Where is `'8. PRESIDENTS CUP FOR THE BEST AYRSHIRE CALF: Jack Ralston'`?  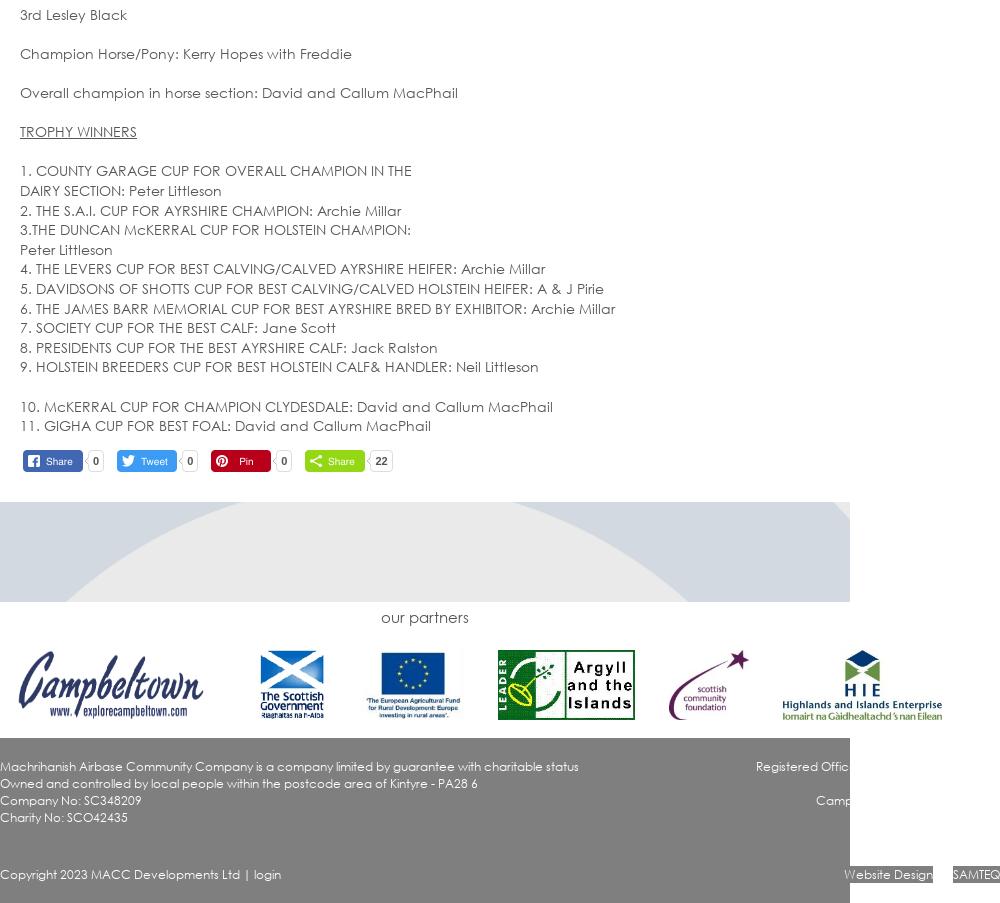 '8. PRESIDENTS CUP FOR THE BEST AYRSHIRE CALF: Jack Ralston' is located at coordinates (20, 346).